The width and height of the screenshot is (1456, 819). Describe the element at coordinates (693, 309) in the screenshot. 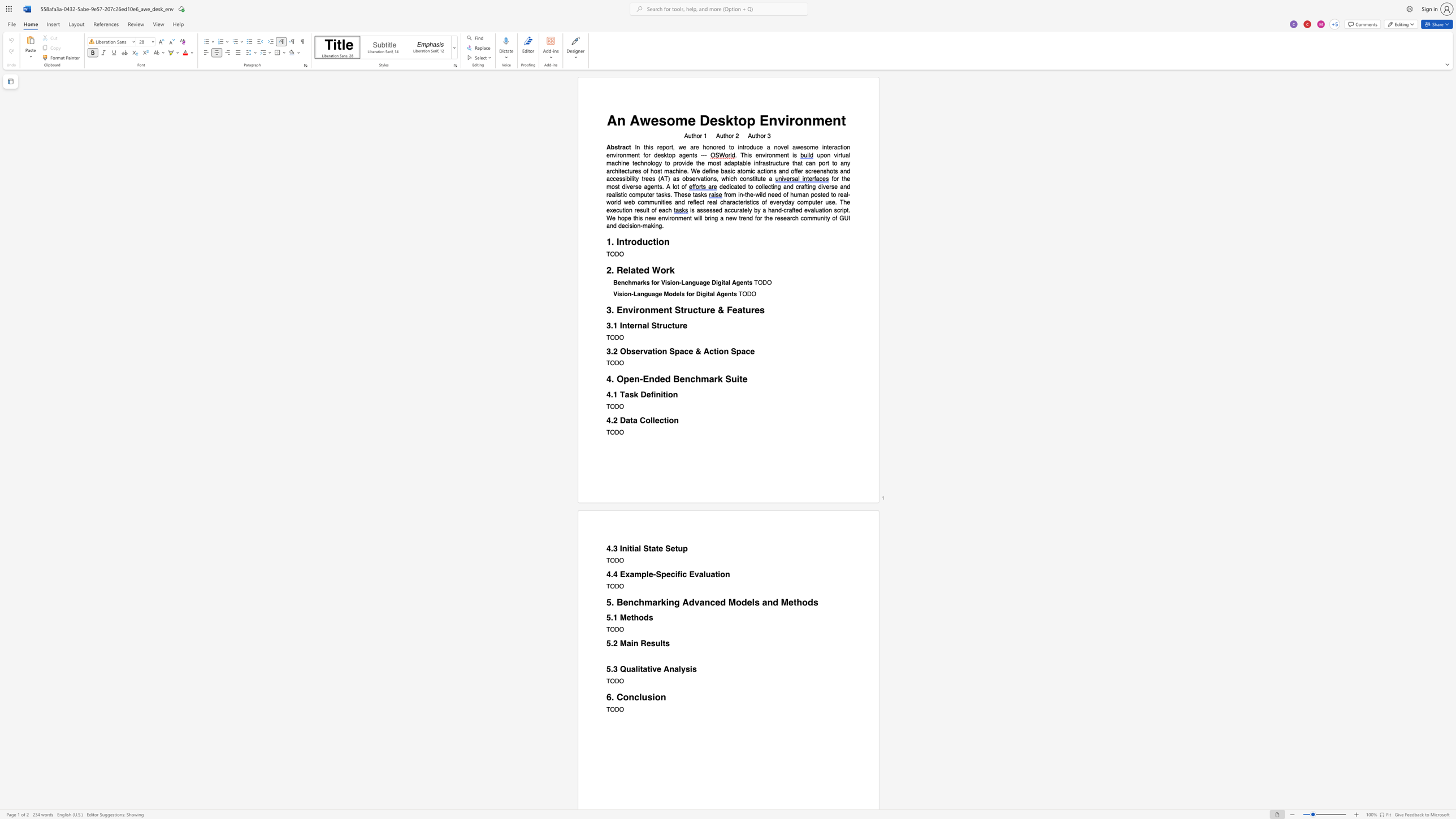

I see `the subset text "cture & Fea" within the text "3. Environment Structure & Features"` at that location.